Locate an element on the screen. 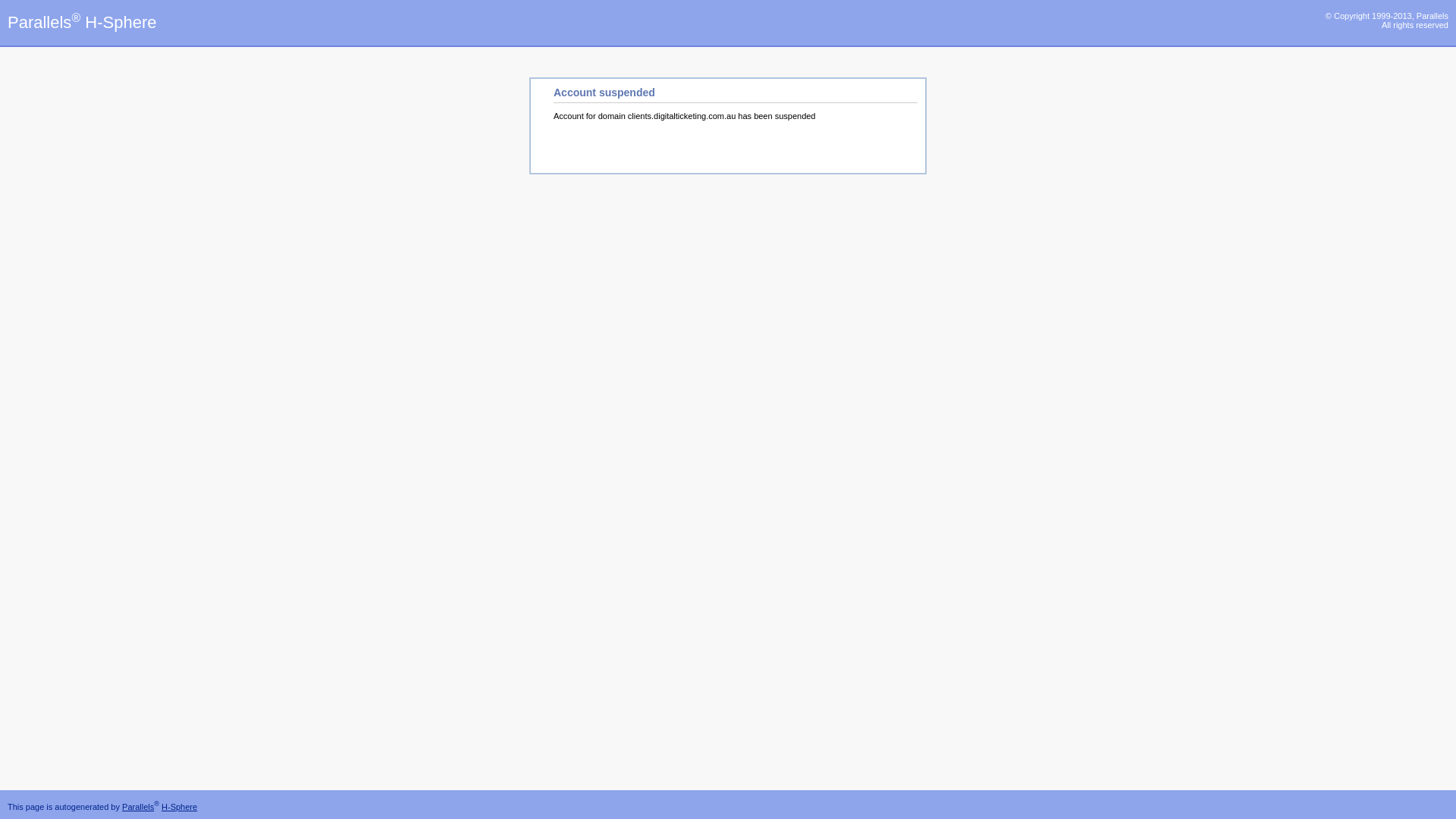 The image size is (1456, 819). 'Parallels' is located at coordinates (138, 806).